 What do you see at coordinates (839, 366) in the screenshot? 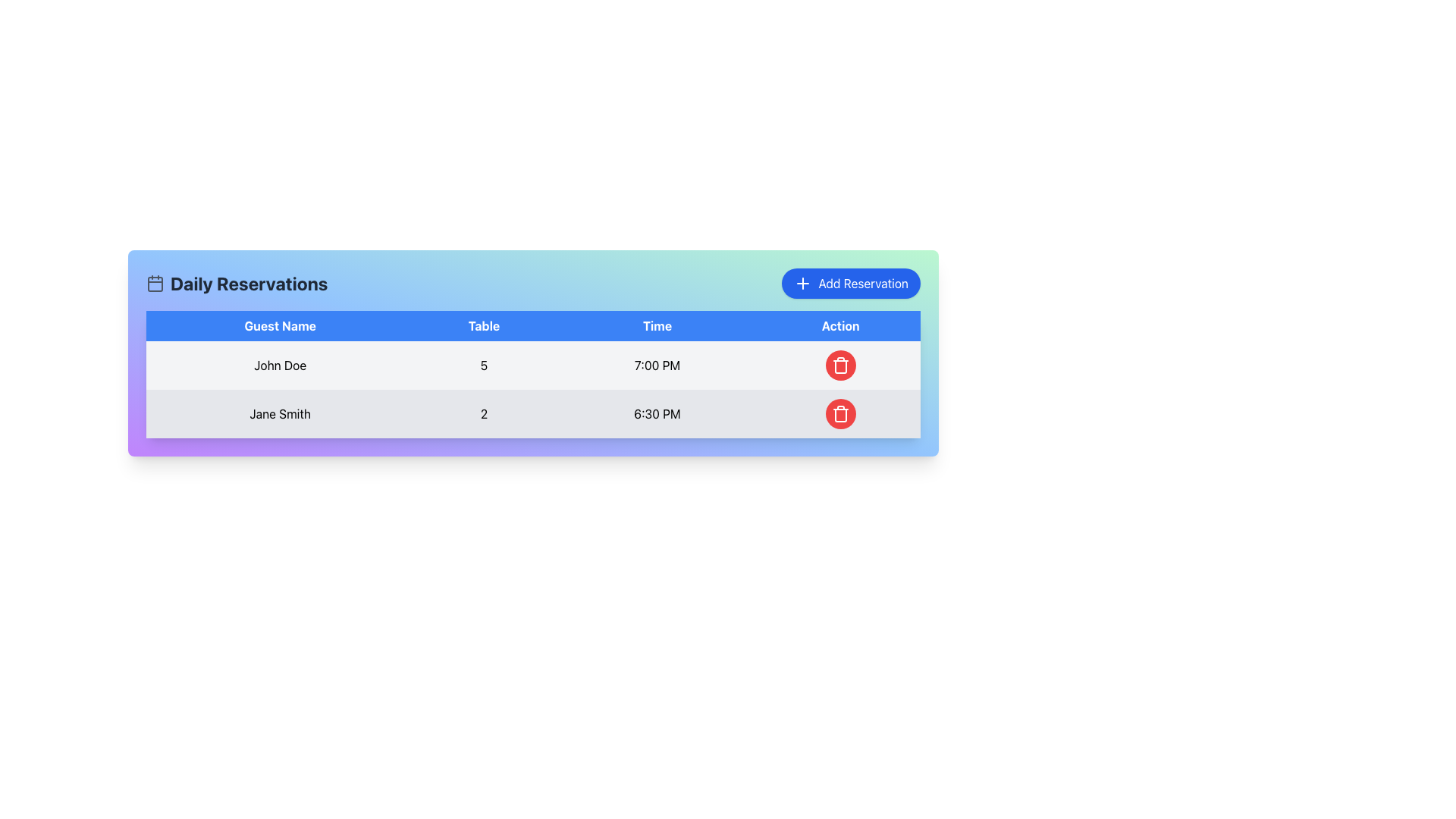
I see `the delete Icon Button located in the rightmost cell of the first row of the table, aligned with the 'John Doe' entry in the 'Guest Name' column to observe a color change` at bounding box center [839, 366].